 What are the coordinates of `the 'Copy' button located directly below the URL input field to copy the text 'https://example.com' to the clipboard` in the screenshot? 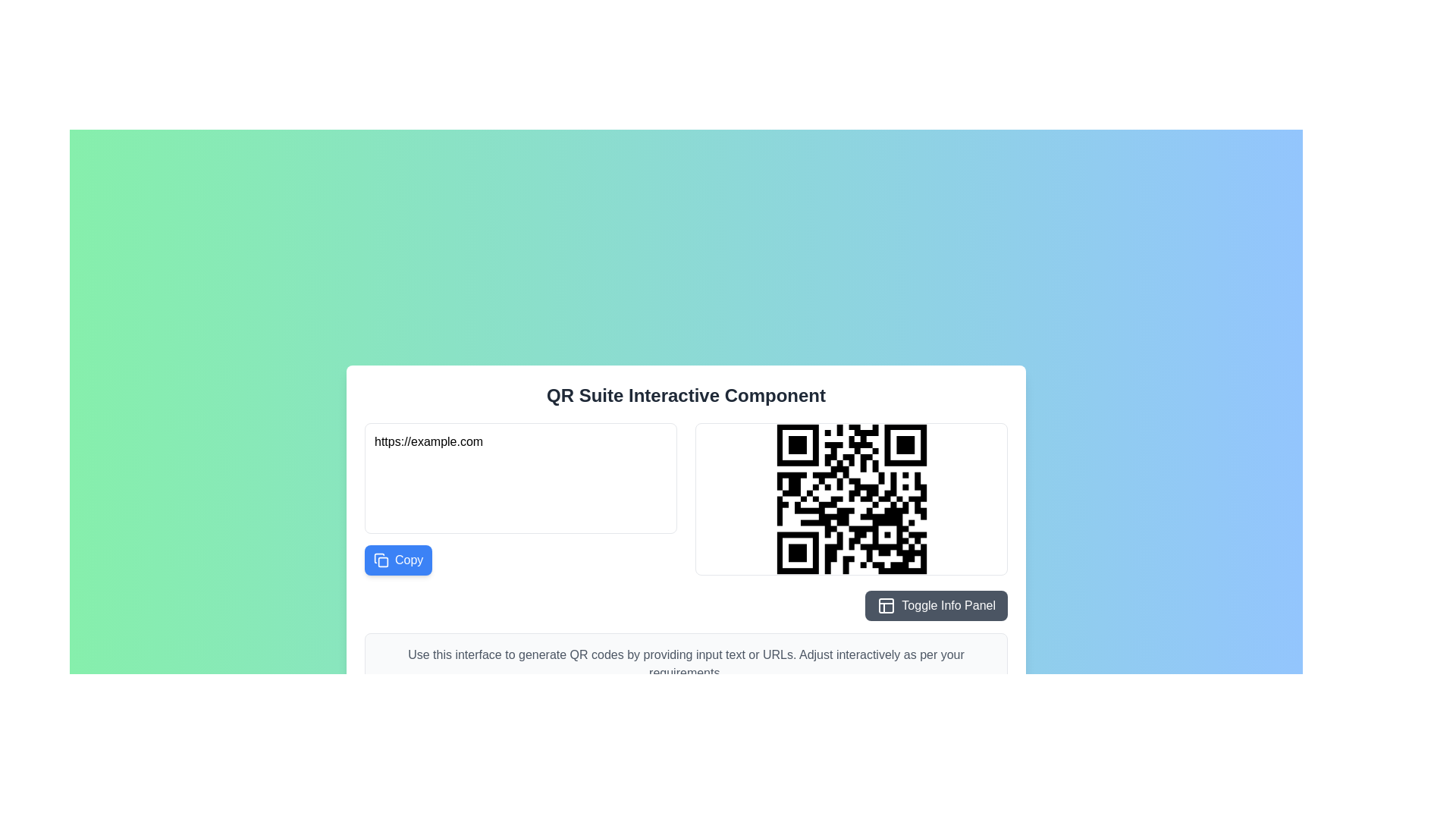 It's located at (398, 560).